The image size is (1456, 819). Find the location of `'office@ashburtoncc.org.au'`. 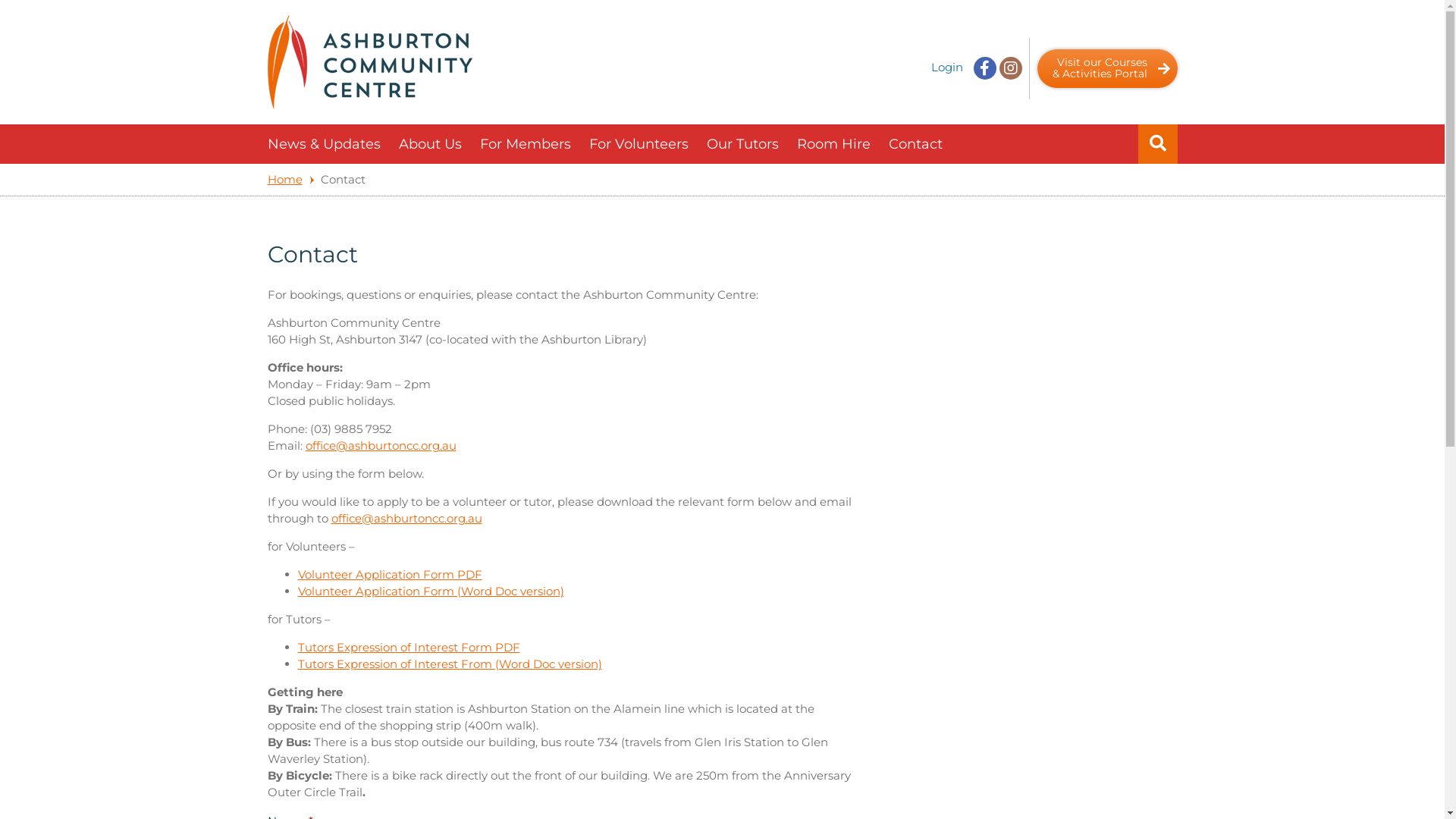

'office@ashburtoncc.org.au' is located at coordinates (406, 517).